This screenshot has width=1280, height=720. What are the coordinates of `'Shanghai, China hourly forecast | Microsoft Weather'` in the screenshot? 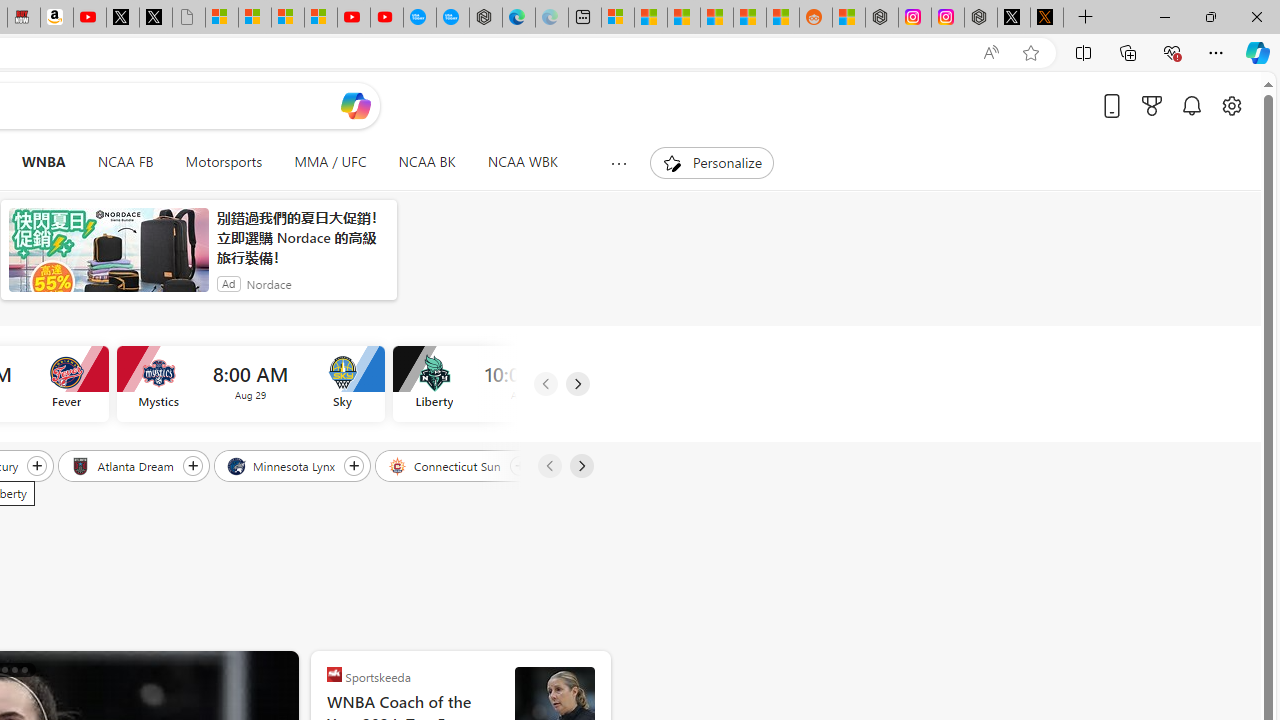 It's located at (684, 17).